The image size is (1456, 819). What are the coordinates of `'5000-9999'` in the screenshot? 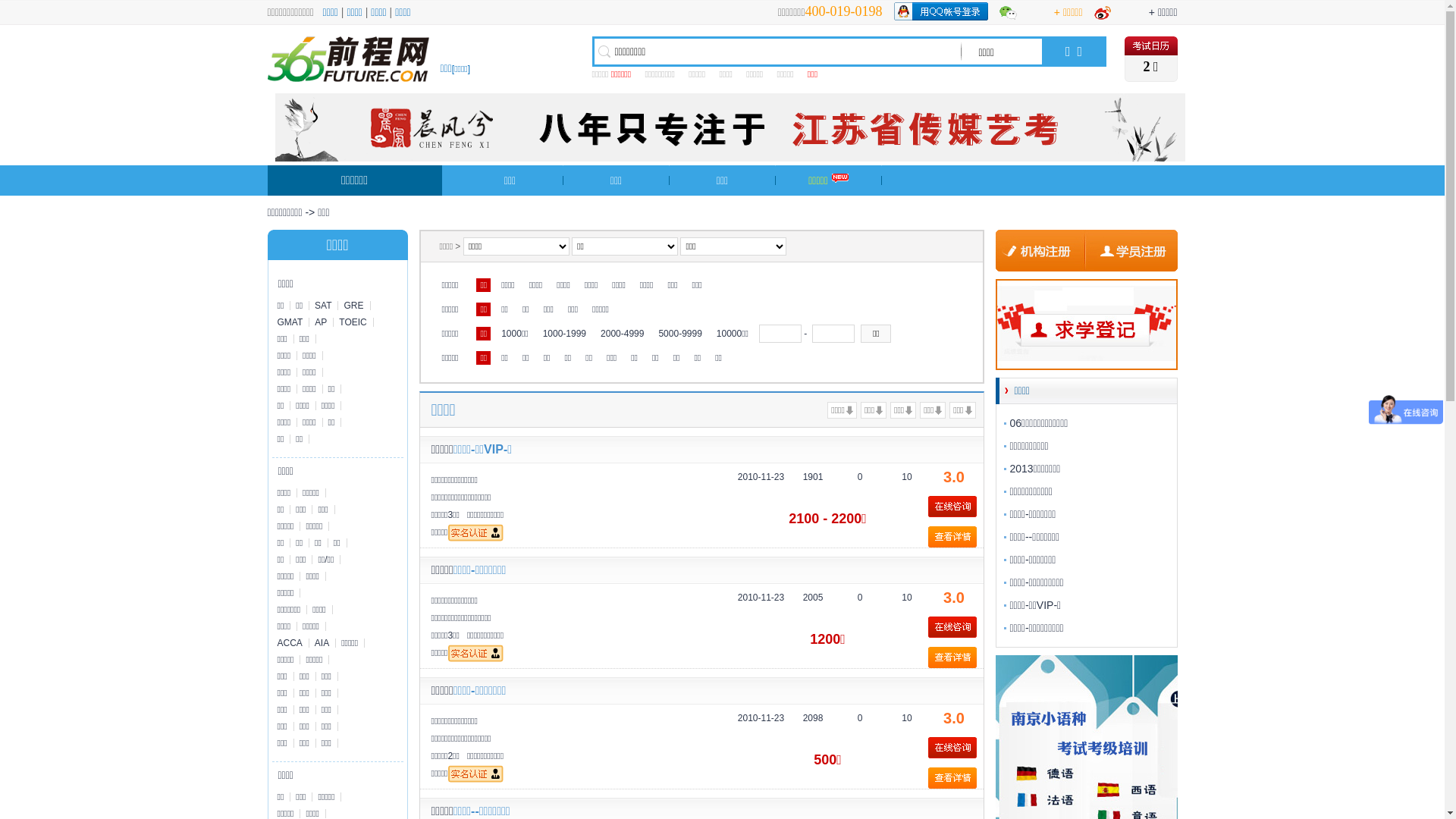 It's located at (679, 332).